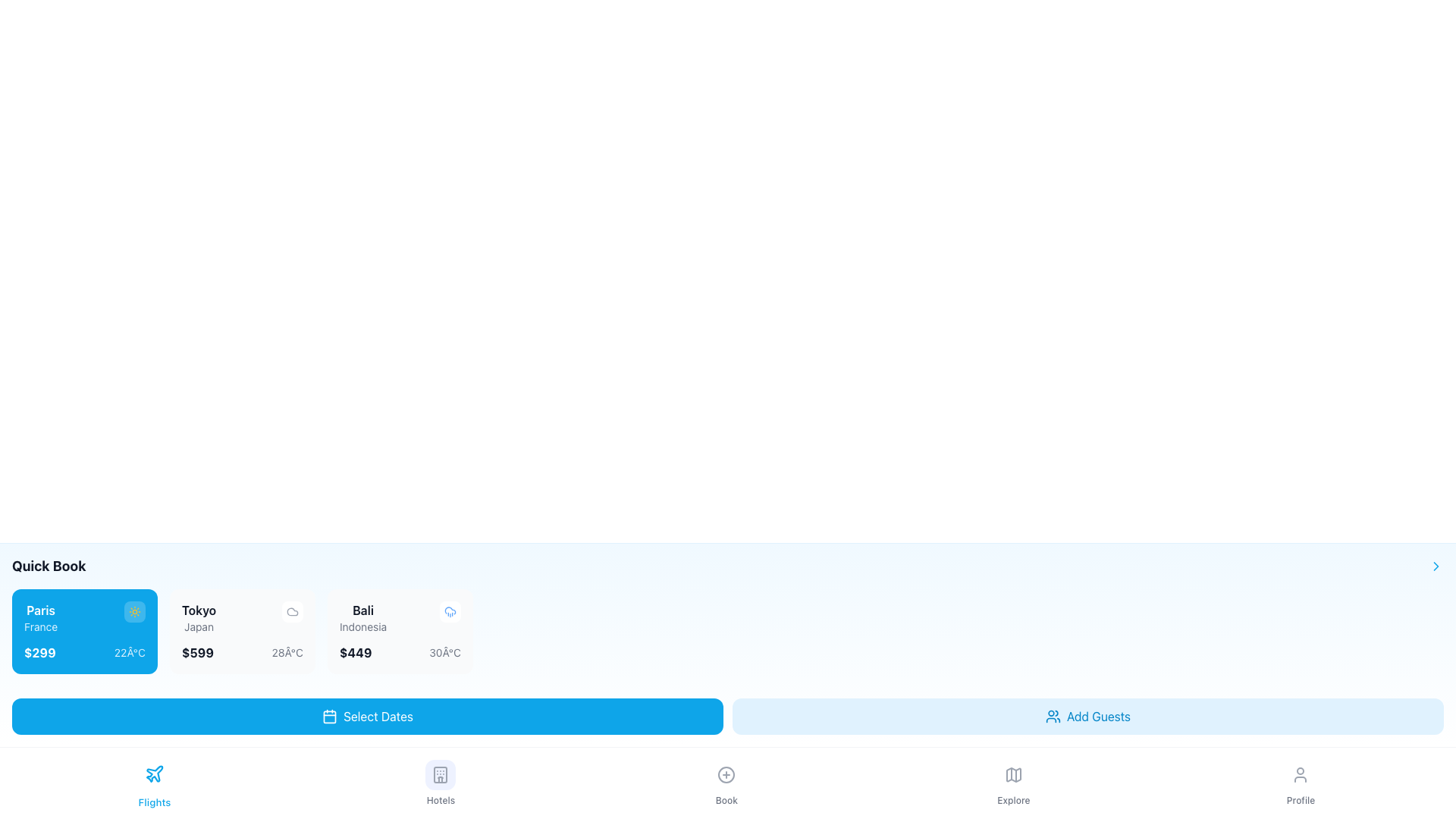  What do you see at coordinates (287, 651) in the screenshot?
I see `the temperature label displaying '28Â°C' next to the cost value '$599' in the card for 'Tokyo, Japan'` at bounding box center [287, 651].